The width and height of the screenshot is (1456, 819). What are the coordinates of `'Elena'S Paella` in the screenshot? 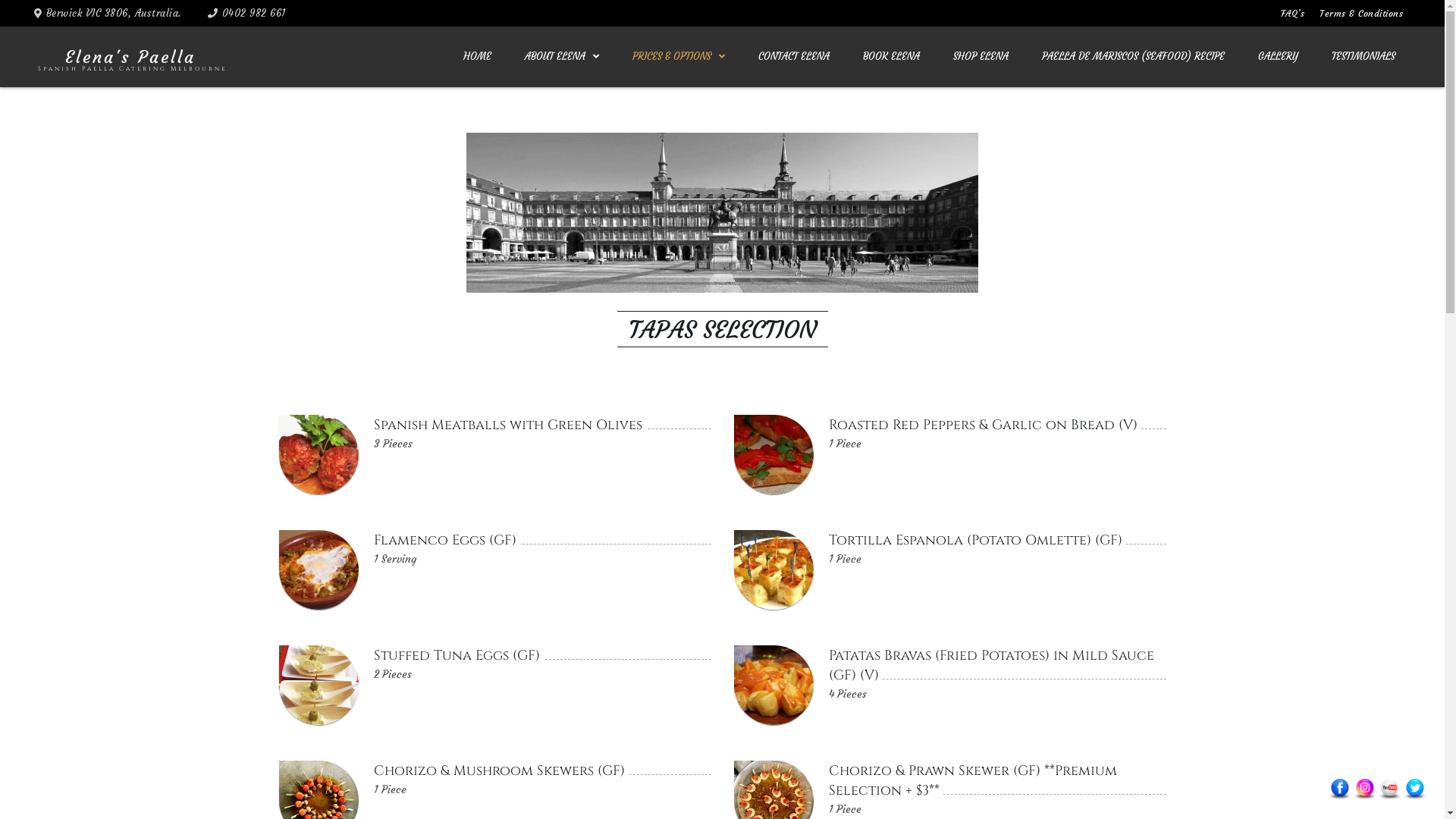 It's located at (130, 60).